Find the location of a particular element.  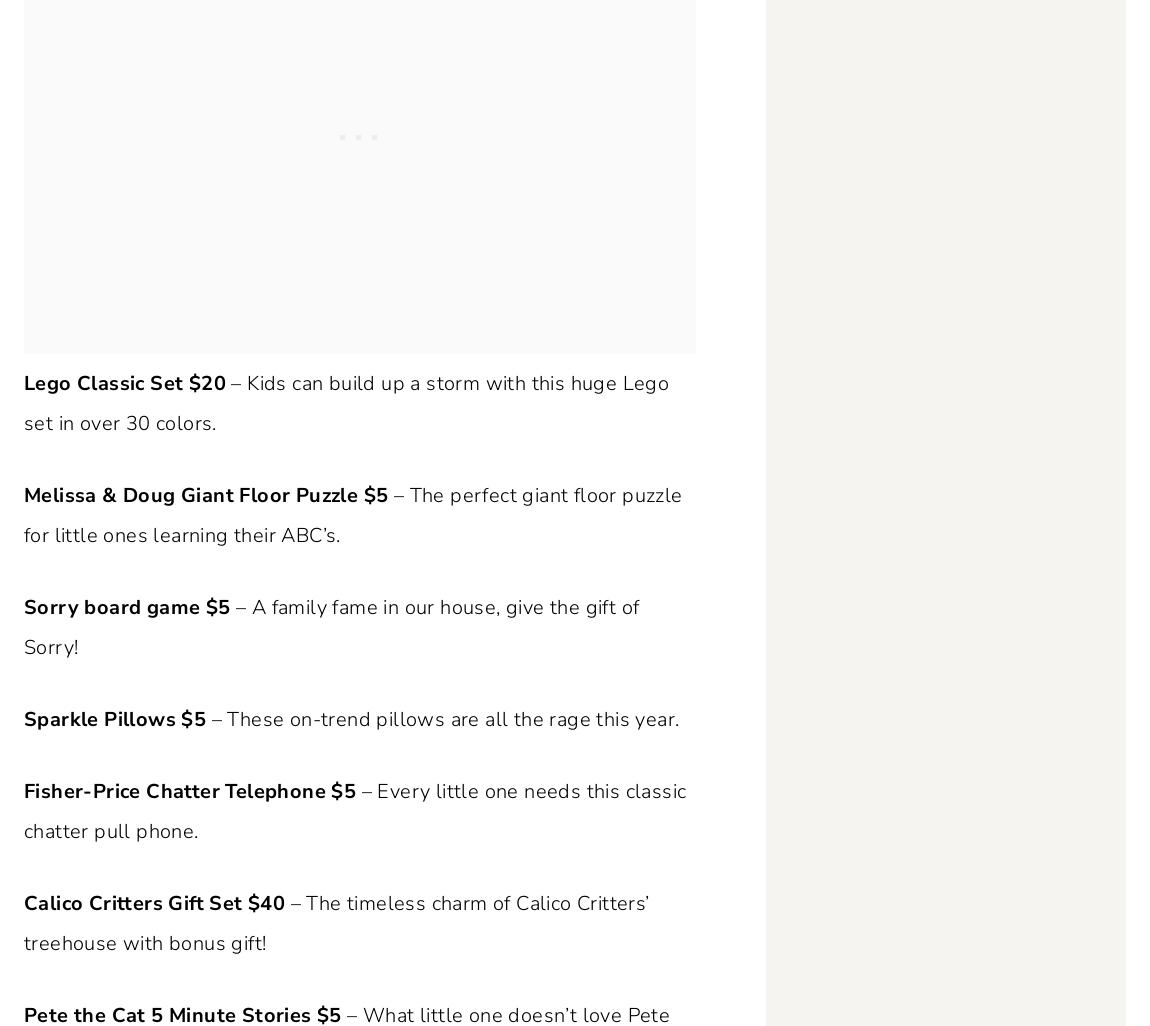

'Fisher-Price Chatter Telephone $5' is located at coordinates (188, 790).